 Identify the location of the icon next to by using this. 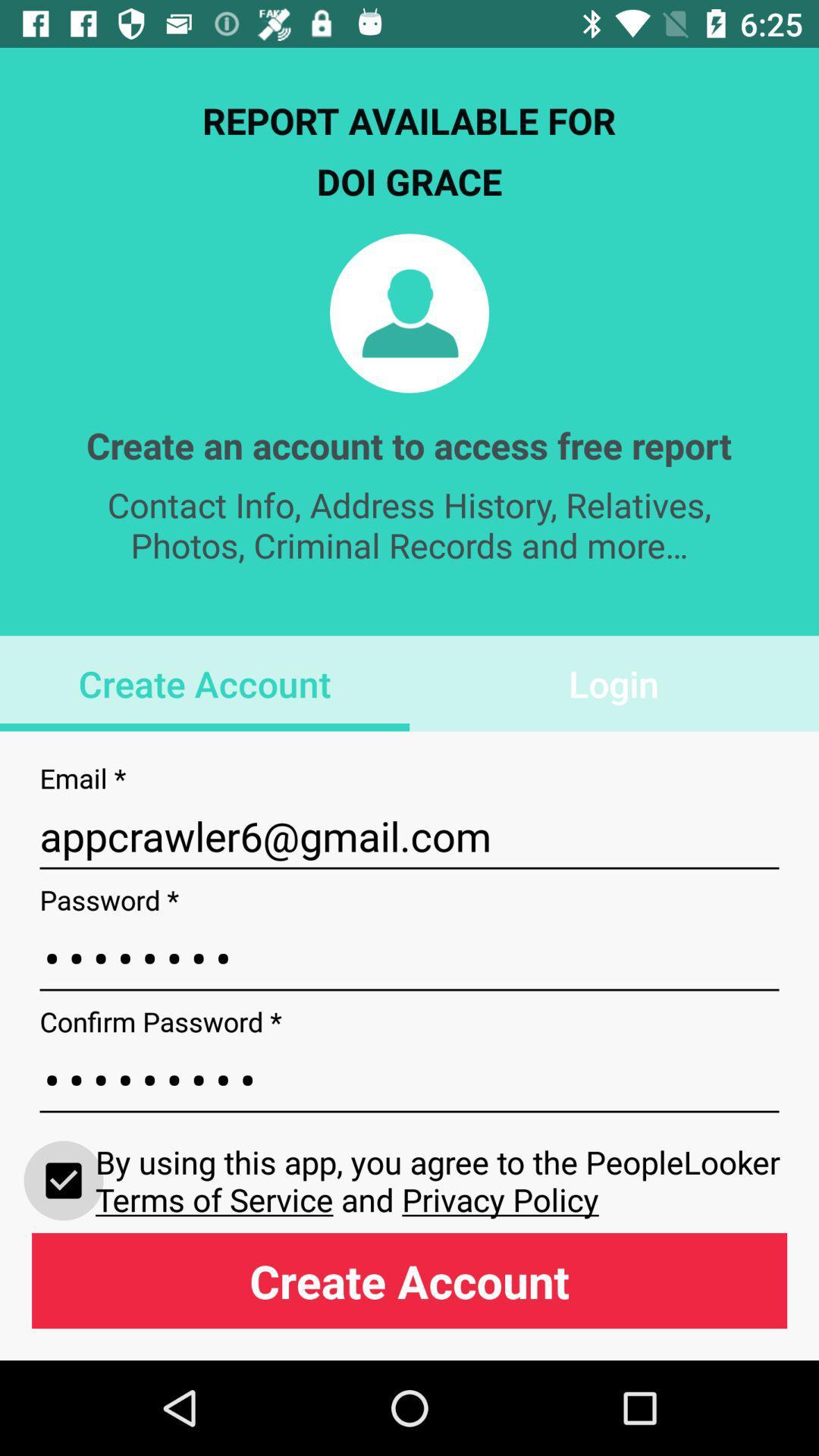
(63, 1179).